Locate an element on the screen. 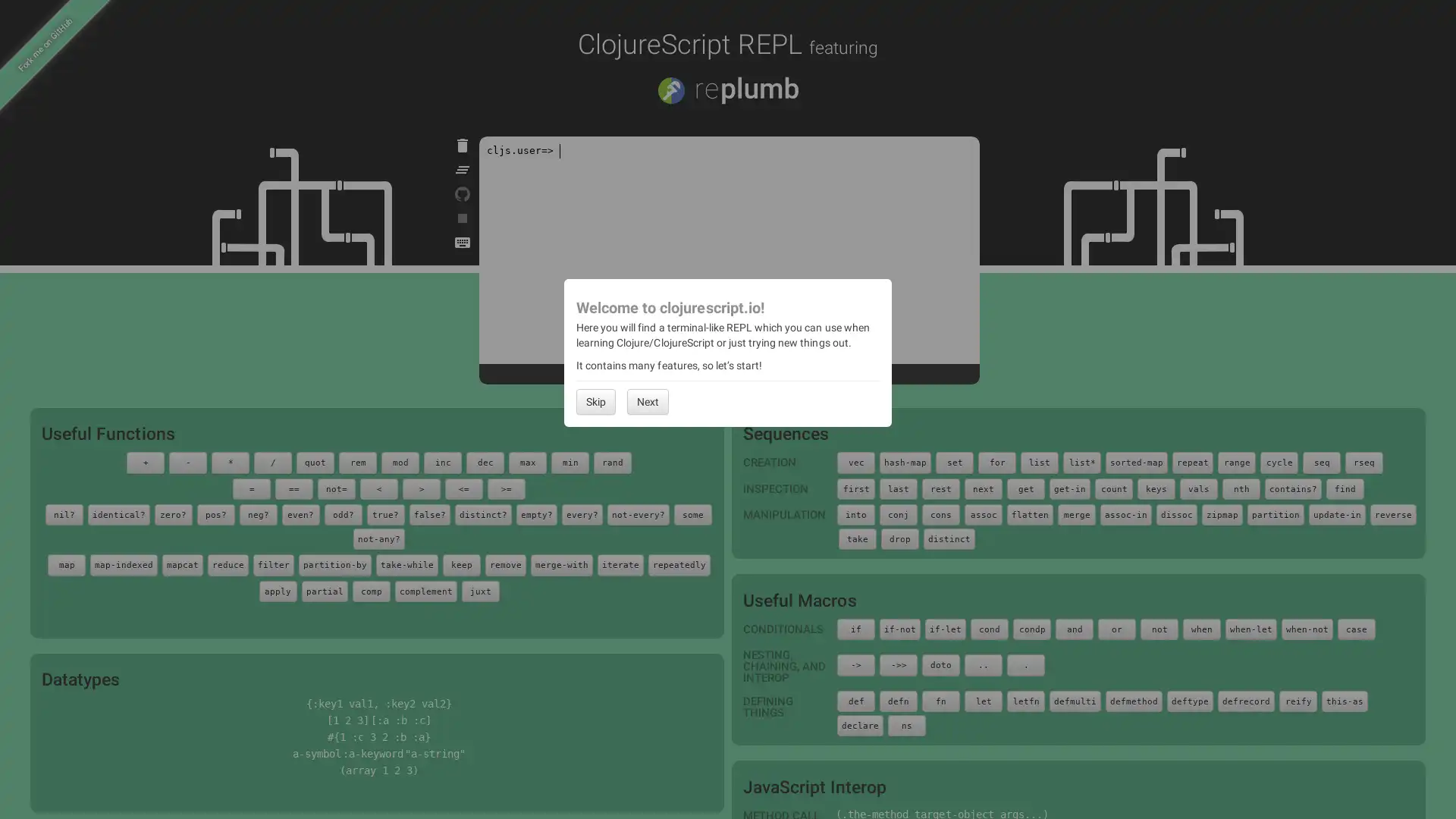 This screenshot has height=819, width=1456. filter is located at coordinates (273, 564).